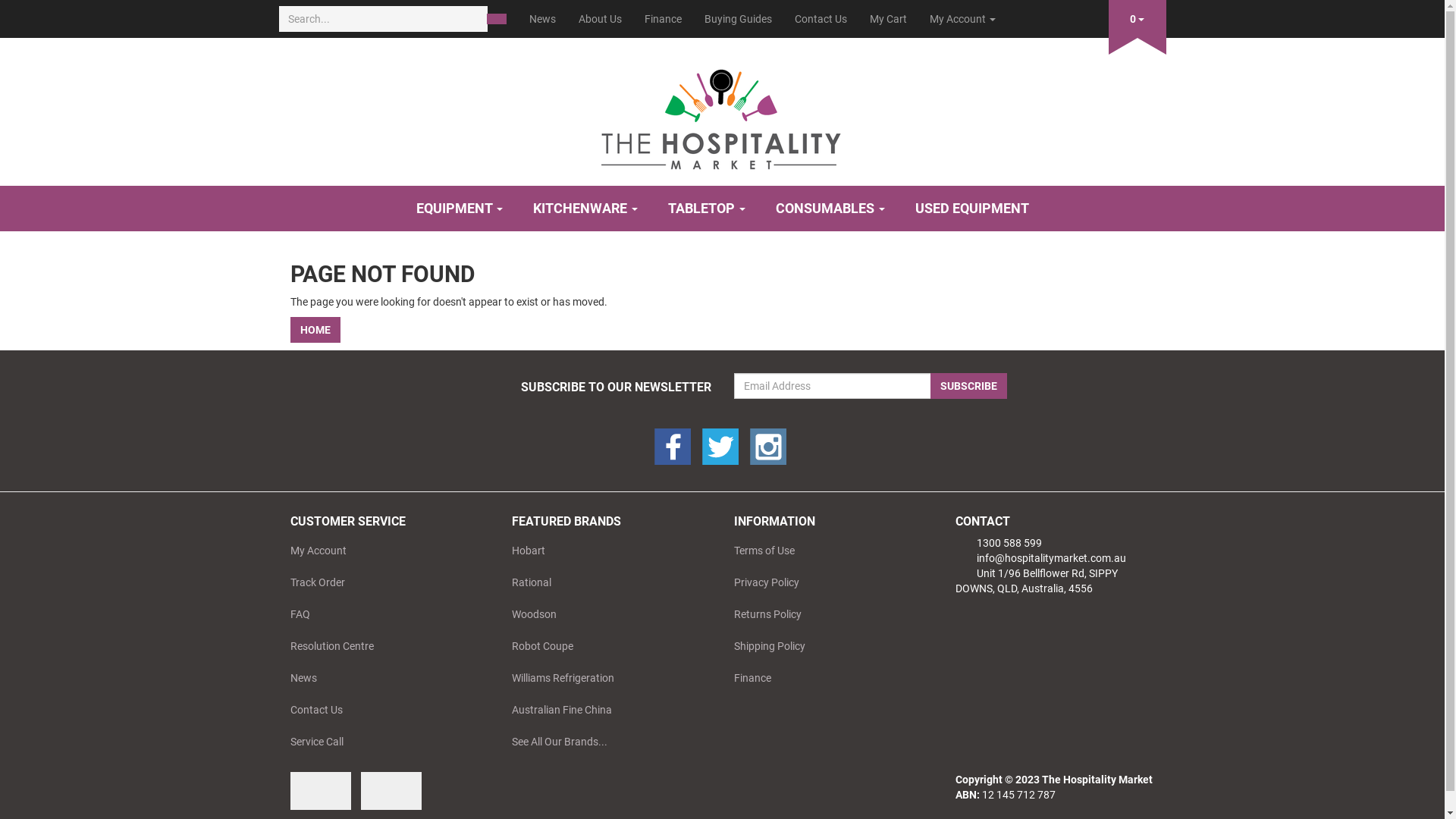 This screenshot has width=1456, height=819. What do you see at coordinates (604, 677) in the screenshot?
I see `'Williams Refrigeration'` at bounding box center [604, 677].